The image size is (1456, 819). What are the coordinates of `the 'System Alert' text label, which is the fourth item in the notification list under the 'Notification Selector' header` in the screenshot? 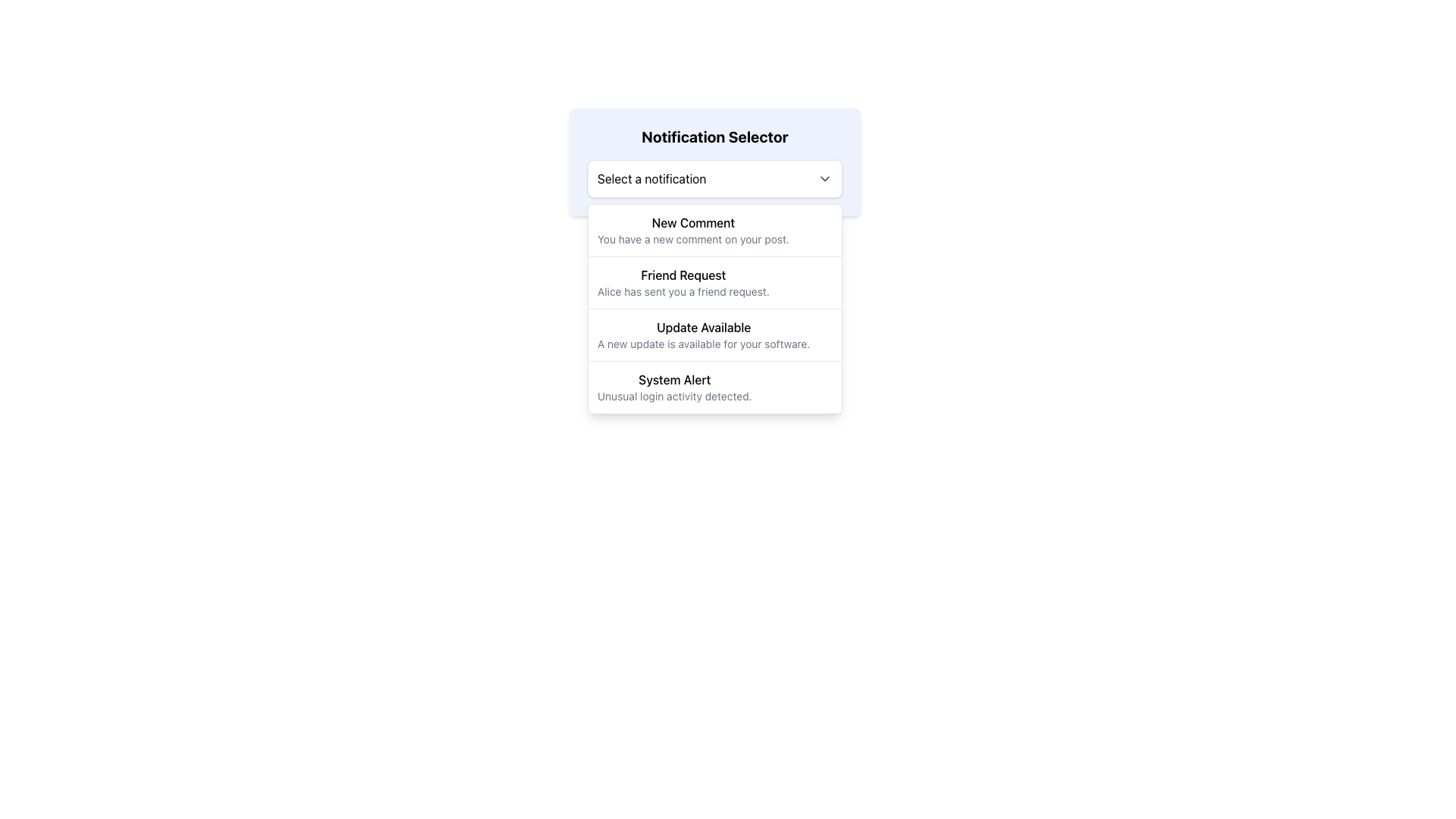 It's located at (673, 379).